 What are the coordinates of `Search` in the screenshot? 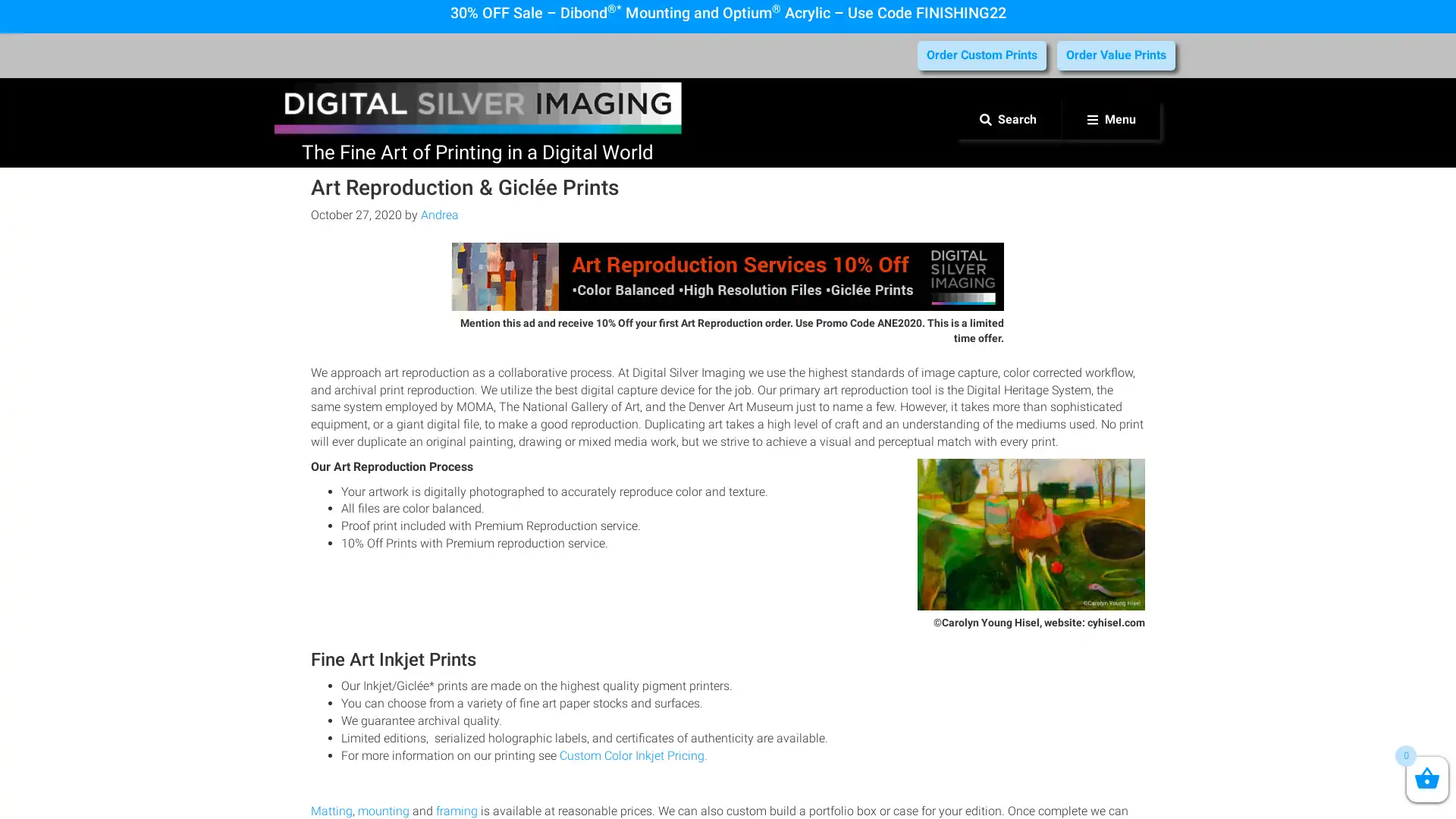 It's located at (1008, 118).